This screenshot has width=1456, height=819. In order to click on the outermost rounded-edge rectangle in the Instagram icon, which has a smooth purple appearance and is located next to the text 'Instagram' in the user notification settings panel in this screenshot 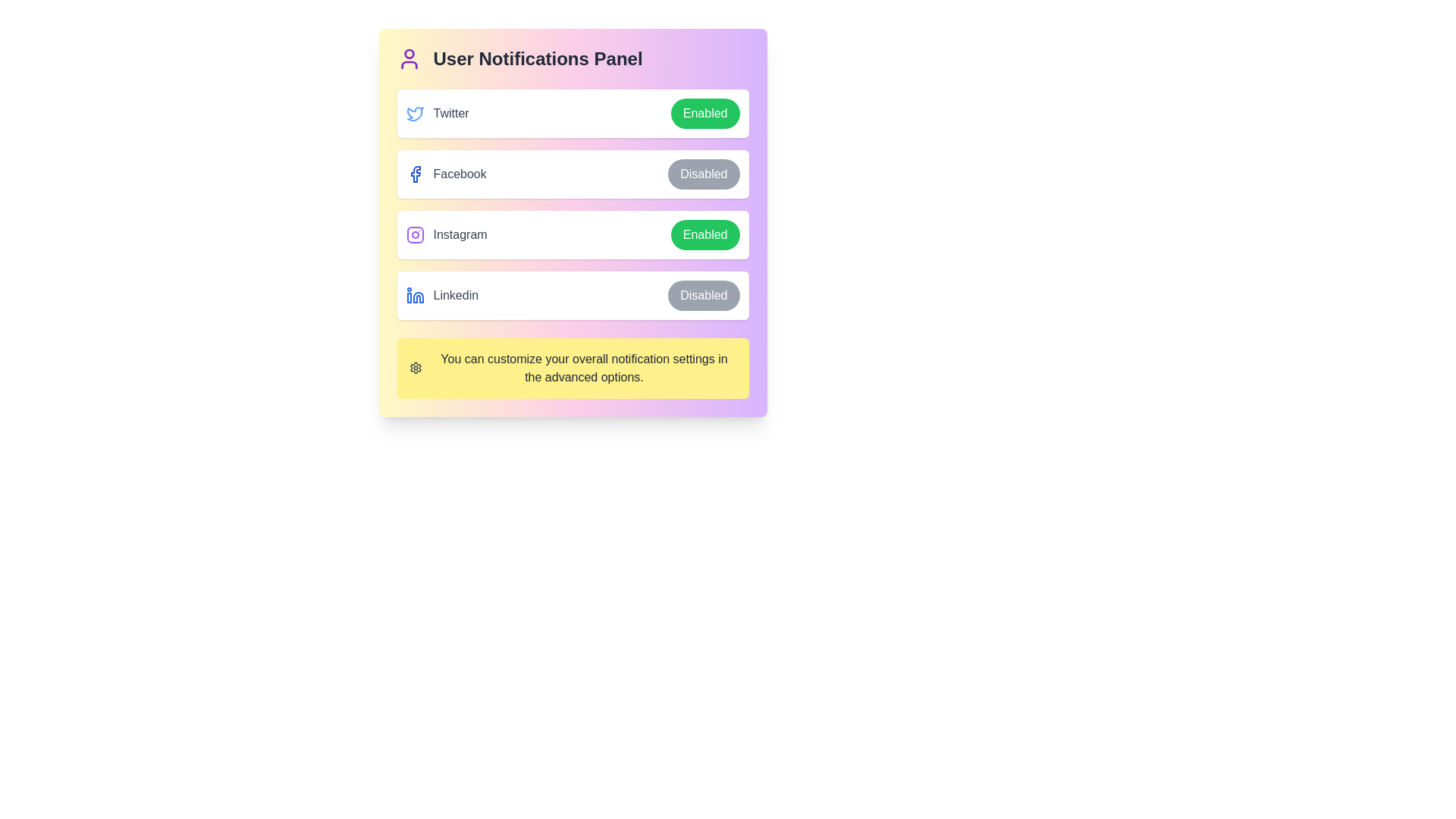, I will do `click(415, 234)`.